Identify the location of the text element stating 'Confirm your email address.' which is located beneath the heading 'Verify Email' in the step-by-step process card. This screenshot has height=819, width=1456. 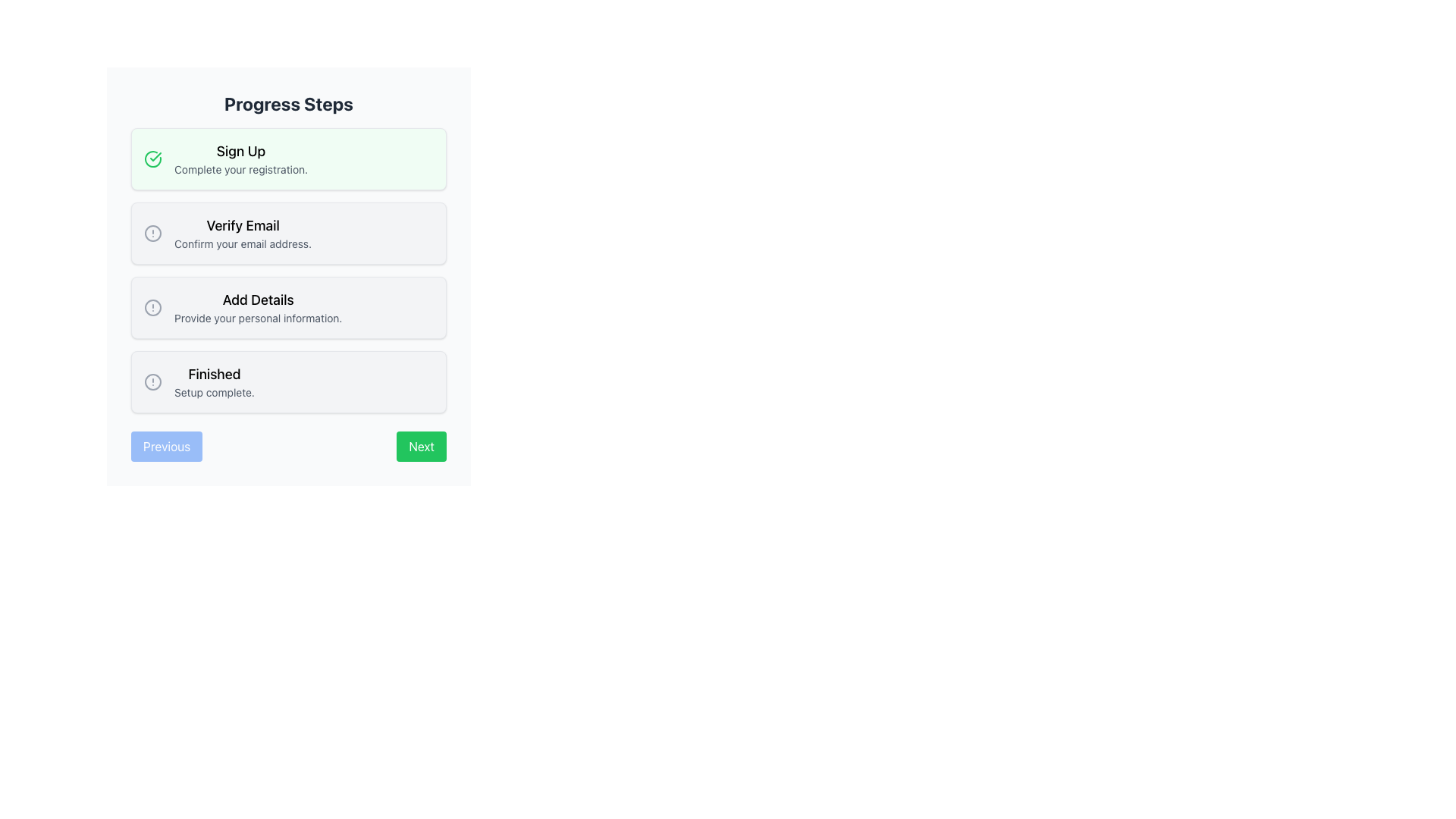
(243, 243).